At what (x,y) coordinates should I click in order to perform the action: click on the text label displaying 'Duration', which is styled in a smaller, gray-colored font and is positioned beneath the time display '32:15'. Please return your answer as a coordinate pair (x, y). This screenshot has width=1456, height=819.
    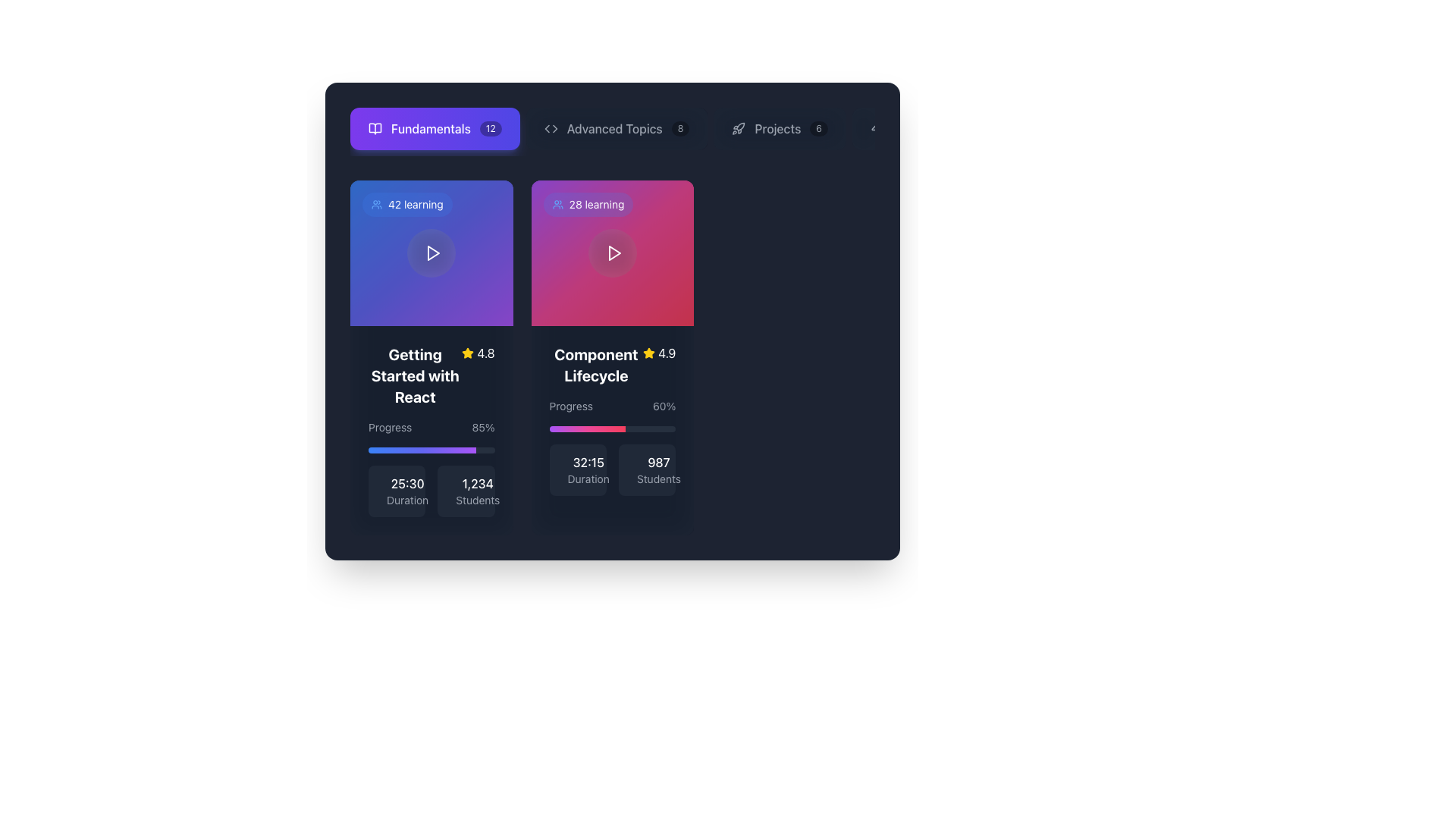
    Looking at the image, I should click on (588, 479).